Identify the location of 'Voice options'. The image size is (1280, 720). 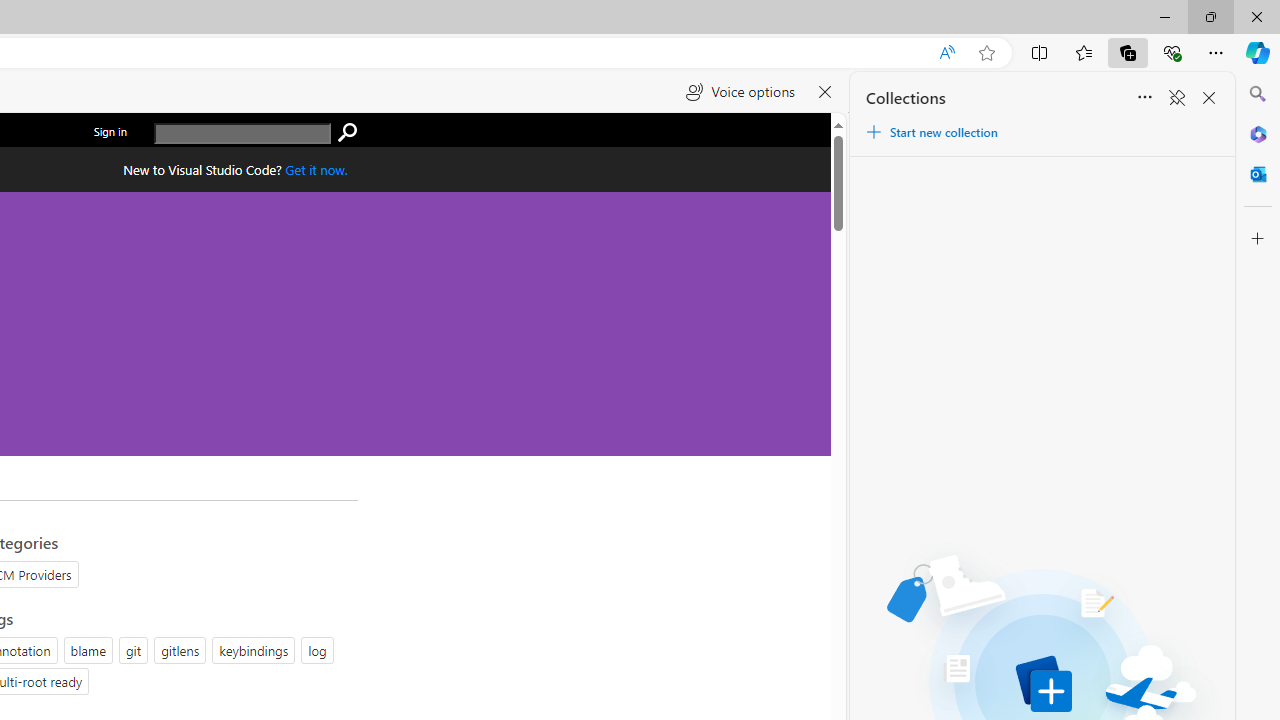
(739, 92).